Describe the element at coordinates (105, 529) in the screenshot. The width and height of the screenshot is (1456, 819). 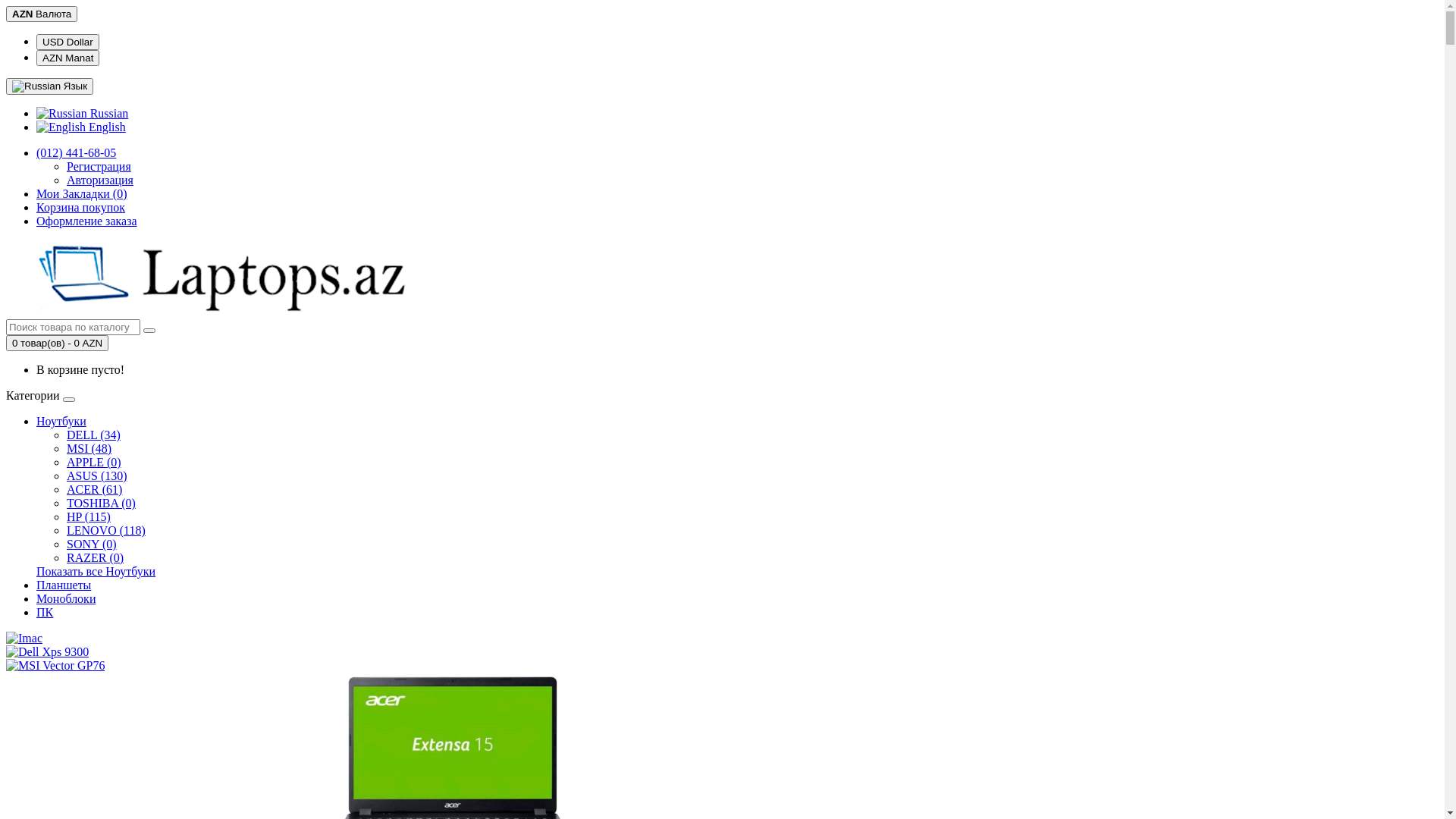
I see `'LENOVO (118)'` at that location.